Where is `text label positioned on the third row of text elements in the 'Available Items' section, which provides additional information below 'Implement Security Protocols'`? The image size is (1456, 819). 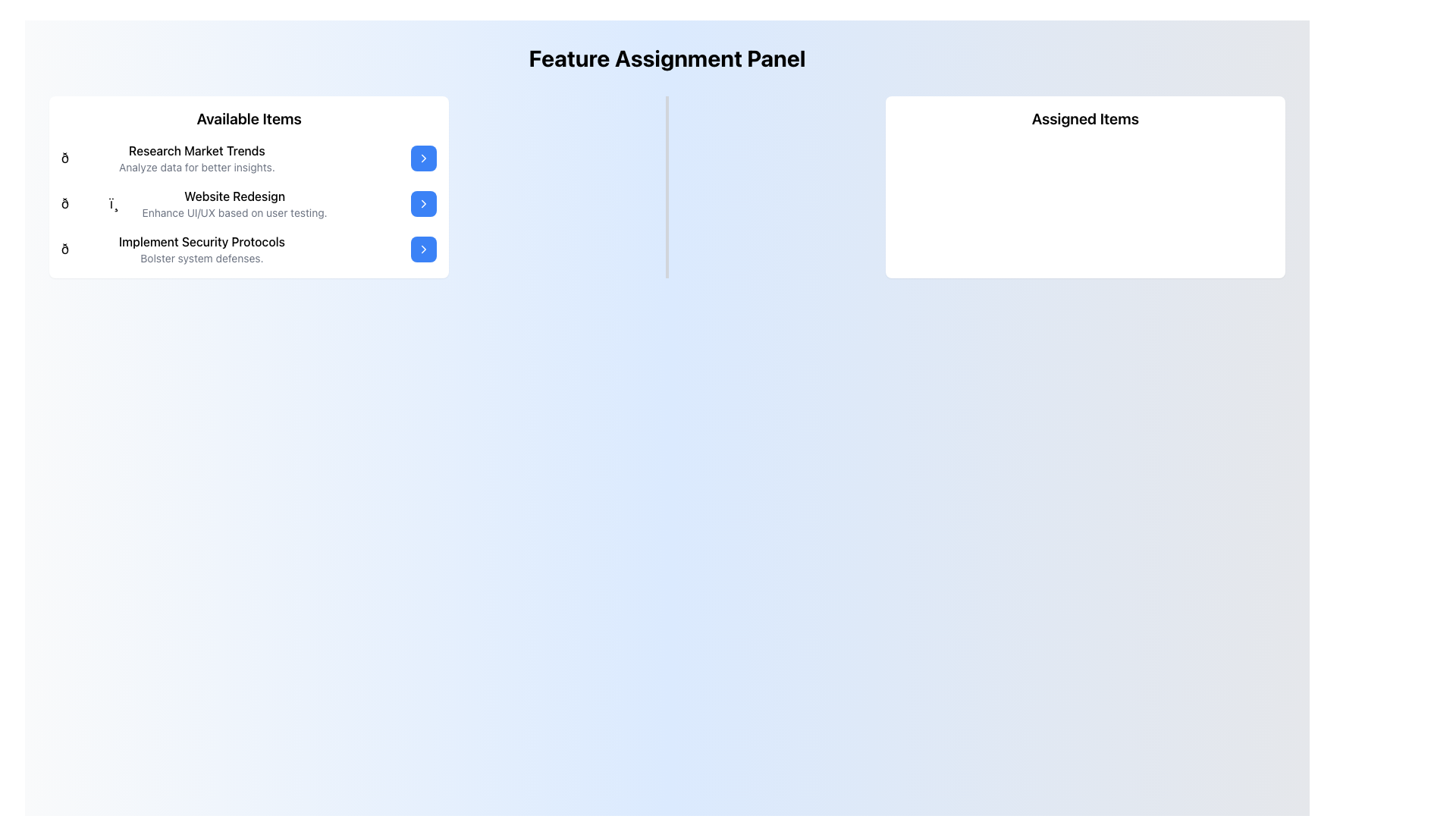
text label positioned on the third row of text elements in the 'Available Items' section, which provides additional information below 'Implement Security Protocols' is located at coordinates (201, 257).